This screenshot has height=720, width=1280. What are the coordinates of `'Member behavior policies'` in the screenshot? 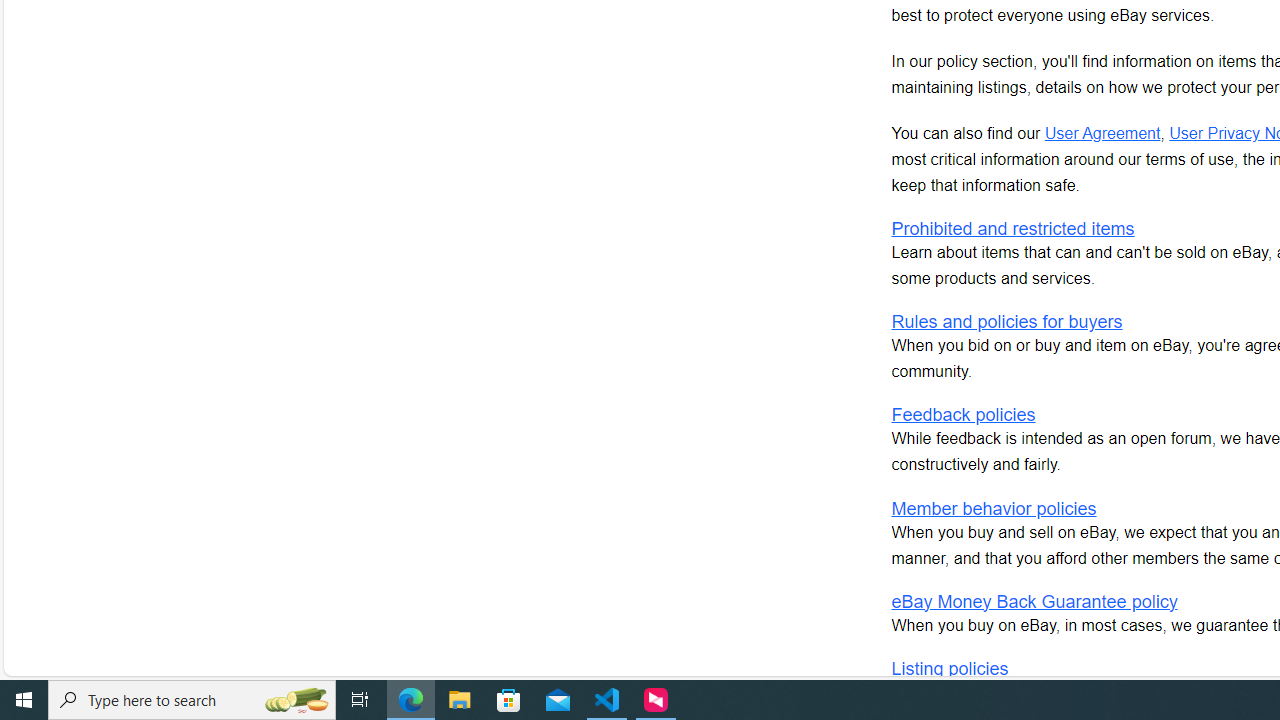 It's located at (993, 507).